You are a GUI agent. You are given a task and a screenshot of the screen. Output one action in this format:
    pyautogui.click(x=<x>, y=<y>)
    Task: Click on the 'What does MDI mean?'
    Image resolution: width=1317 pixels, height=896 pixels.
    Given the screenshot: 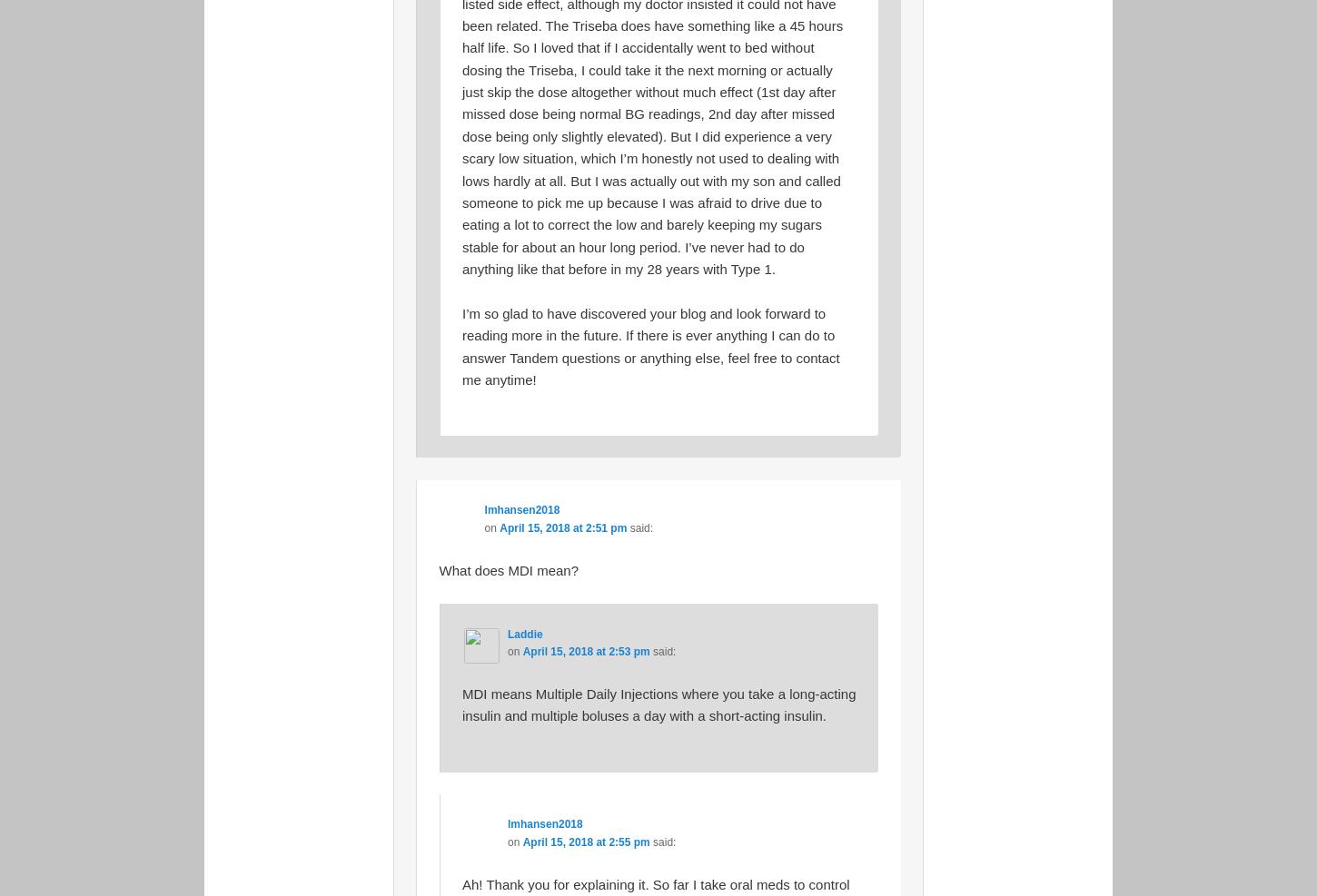 What is the action you would take?
    pyautogui.click(x=508, y=568)
    